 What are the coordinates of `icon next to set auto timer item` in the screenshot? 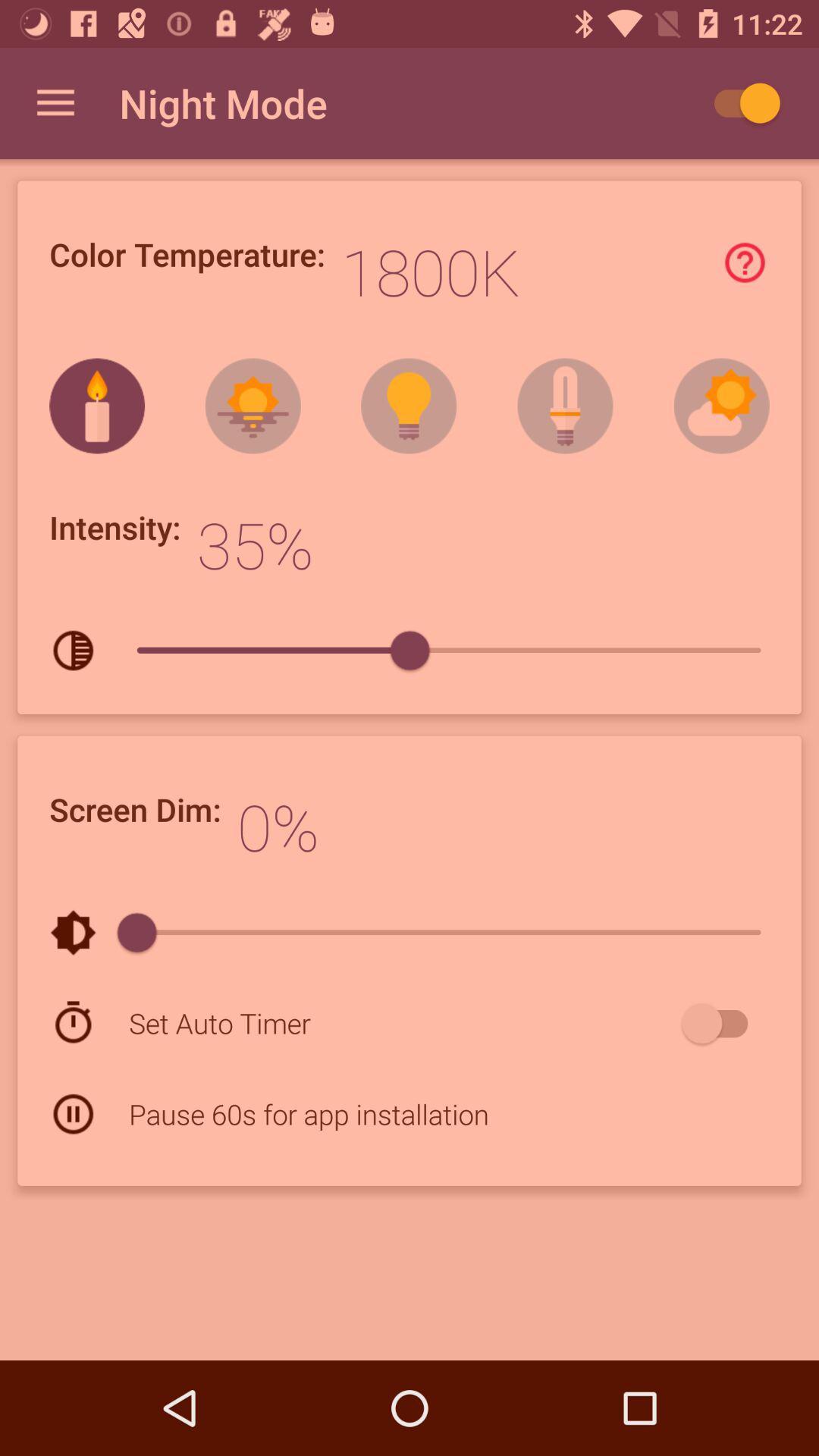 It's located at (721, 1023).